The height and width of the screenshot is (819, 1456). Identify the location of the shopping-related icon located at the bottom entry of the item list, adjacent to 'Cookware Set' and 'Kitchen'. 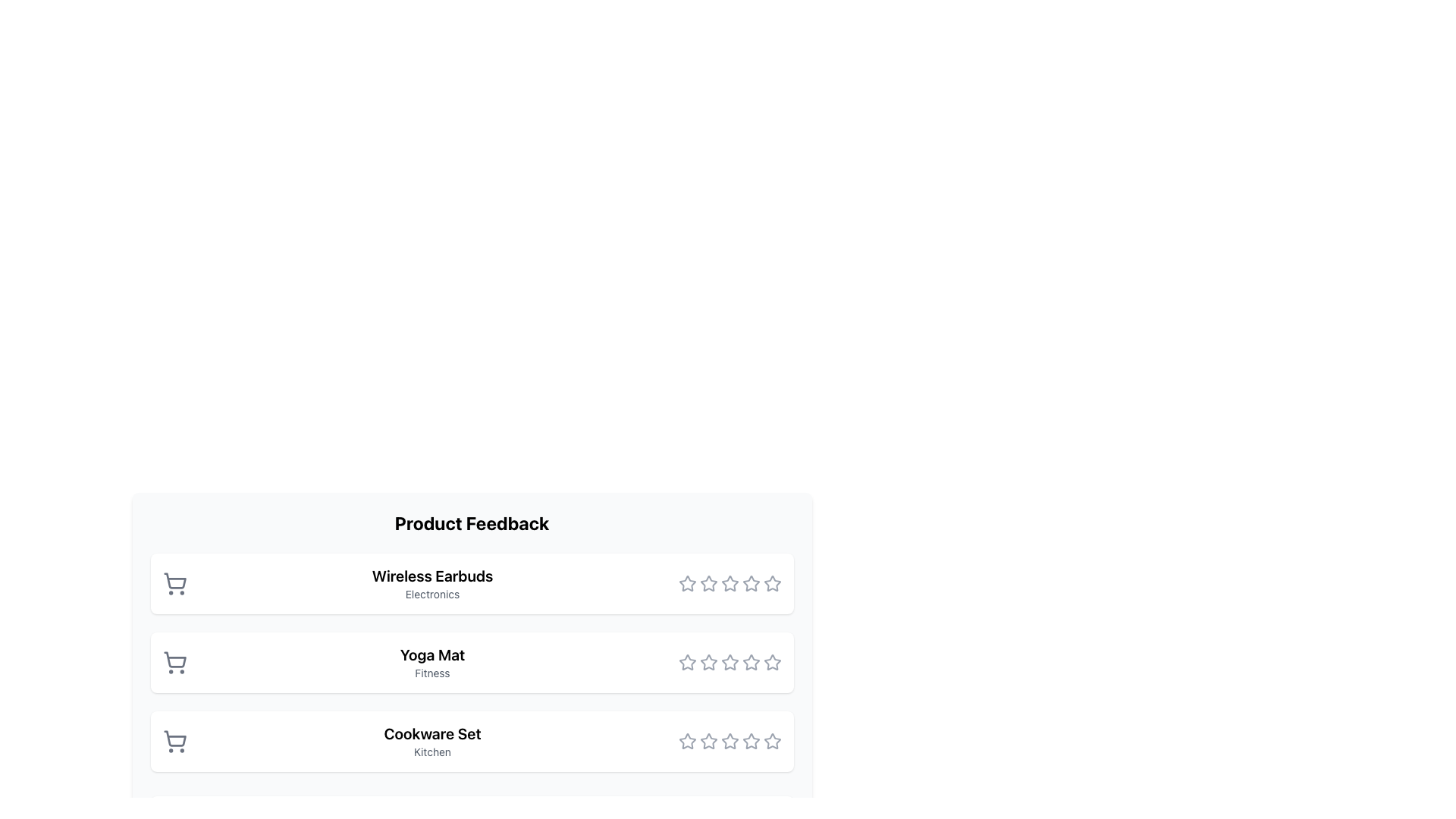
(174, 741).